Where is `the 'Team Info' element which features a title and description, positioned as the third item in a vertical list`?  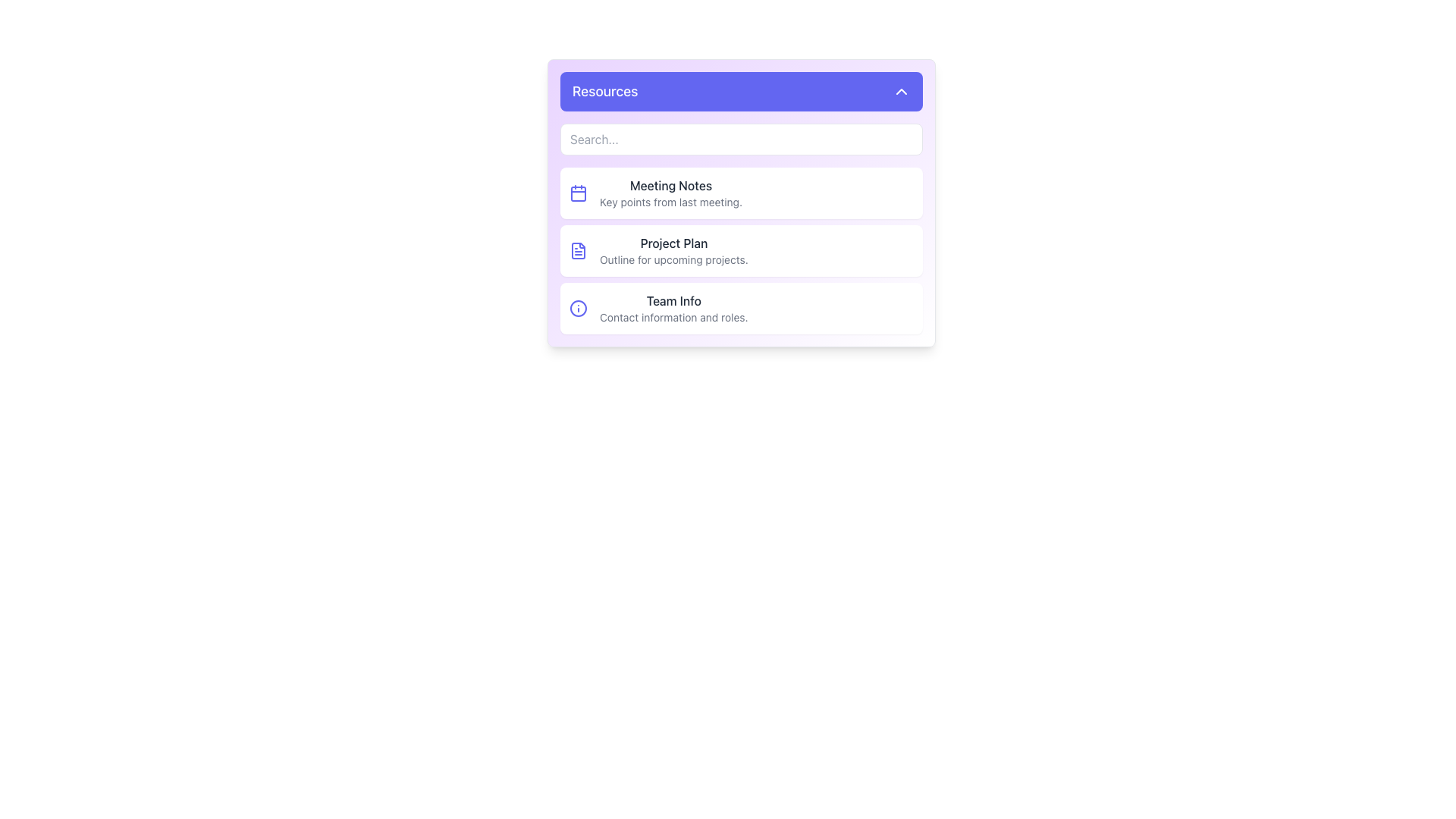 the 'Team Info' element which features a title and description, positioned as the third item in a vertical list is located at coordinates (673, 308).